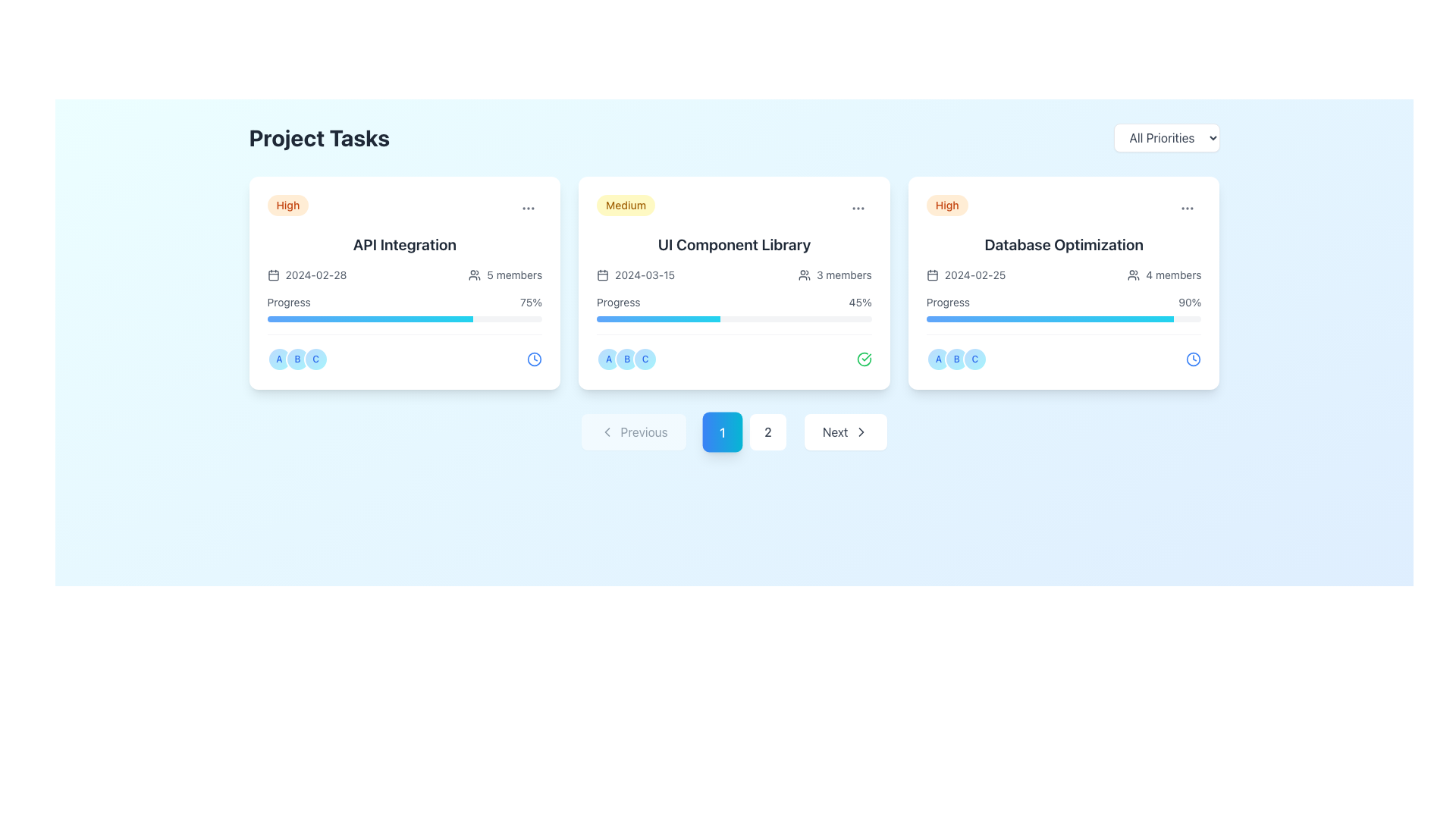 Image resolution: width=1456 pixels, height=819 pixels. What do you see at coordinates (734, 308) in the screenshot?
I see `the progress value of the Progress bar titled 'Progress' that displays '45%' within the 'UI Component Library' card` at bounding box center [734, 308].